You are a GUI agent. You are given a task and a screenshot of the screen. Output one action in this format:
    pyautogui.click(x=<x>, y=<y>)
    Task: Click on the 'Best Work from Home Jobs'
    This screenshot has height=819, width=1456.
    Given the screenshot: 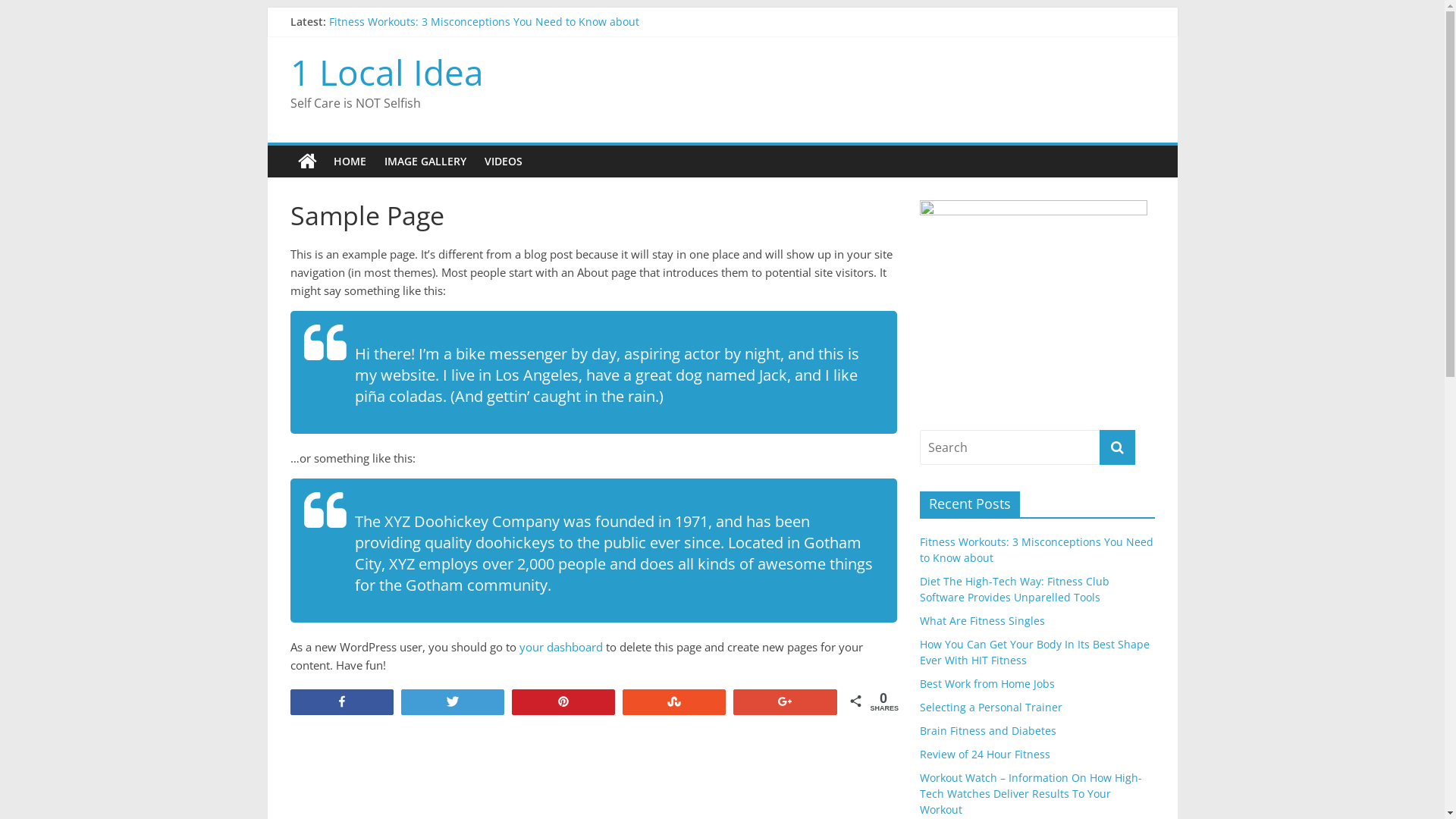 What is the action you would take?
    pyautogui.click(x=986, y=683)
    